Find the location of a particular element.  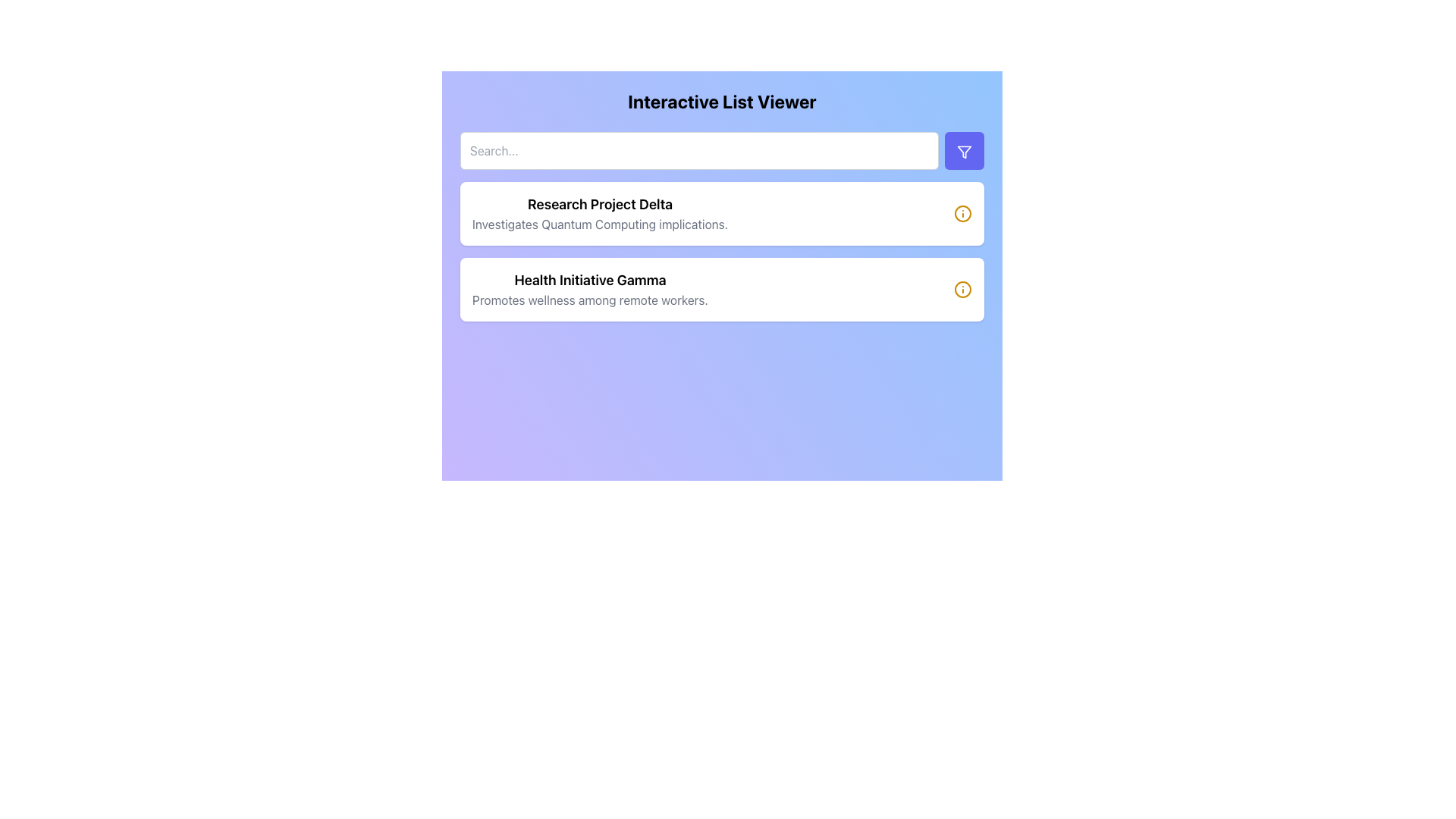

the triangular filter icon located in the top-right corner of the application interface is located at coordinates (964, 152).